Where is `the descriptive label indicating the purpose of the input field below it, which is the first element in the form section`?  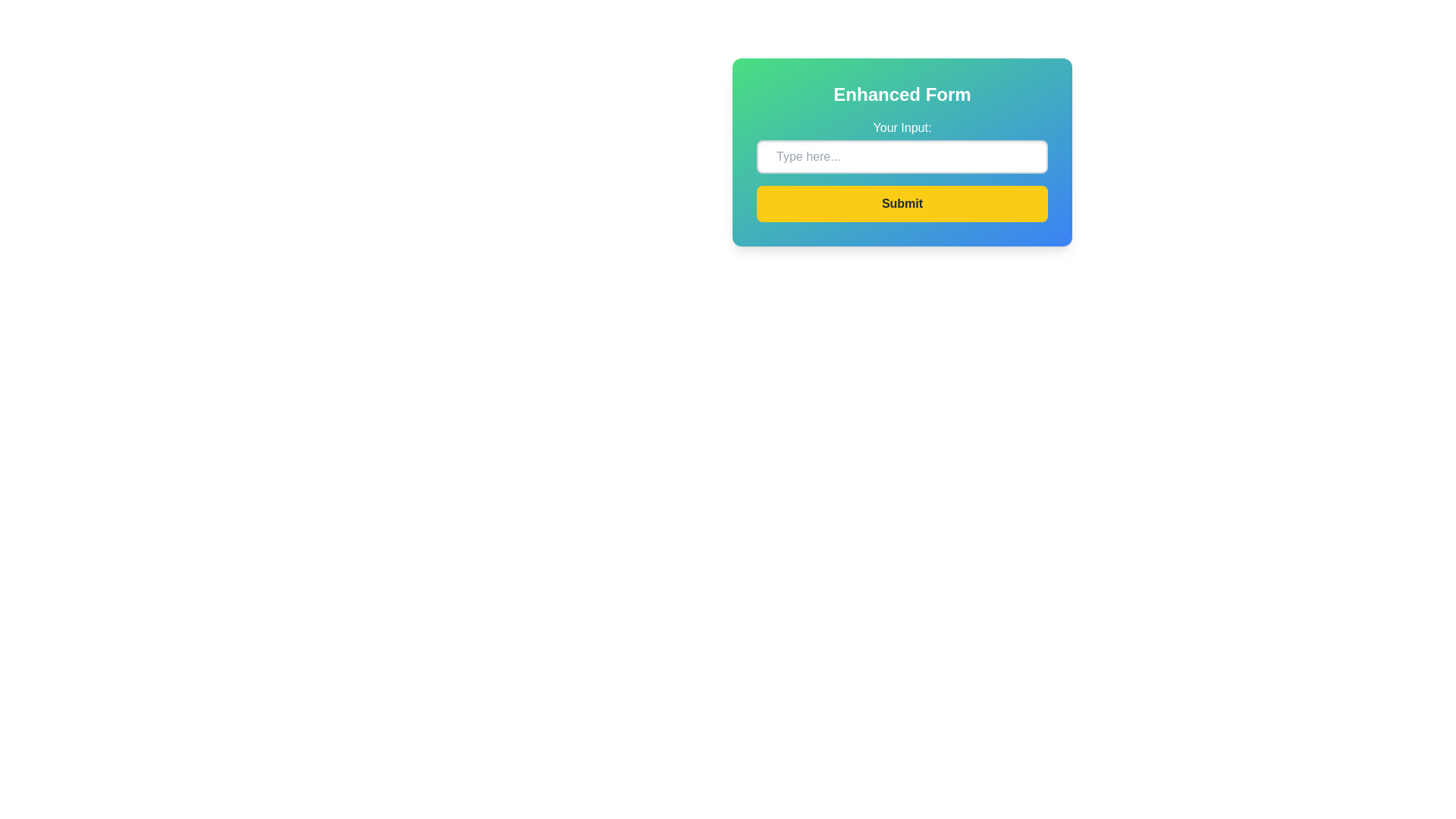 the descriptive label indicating the purpose of the input field below it, which is the first element in the form section is located at coordinates (902, 127).